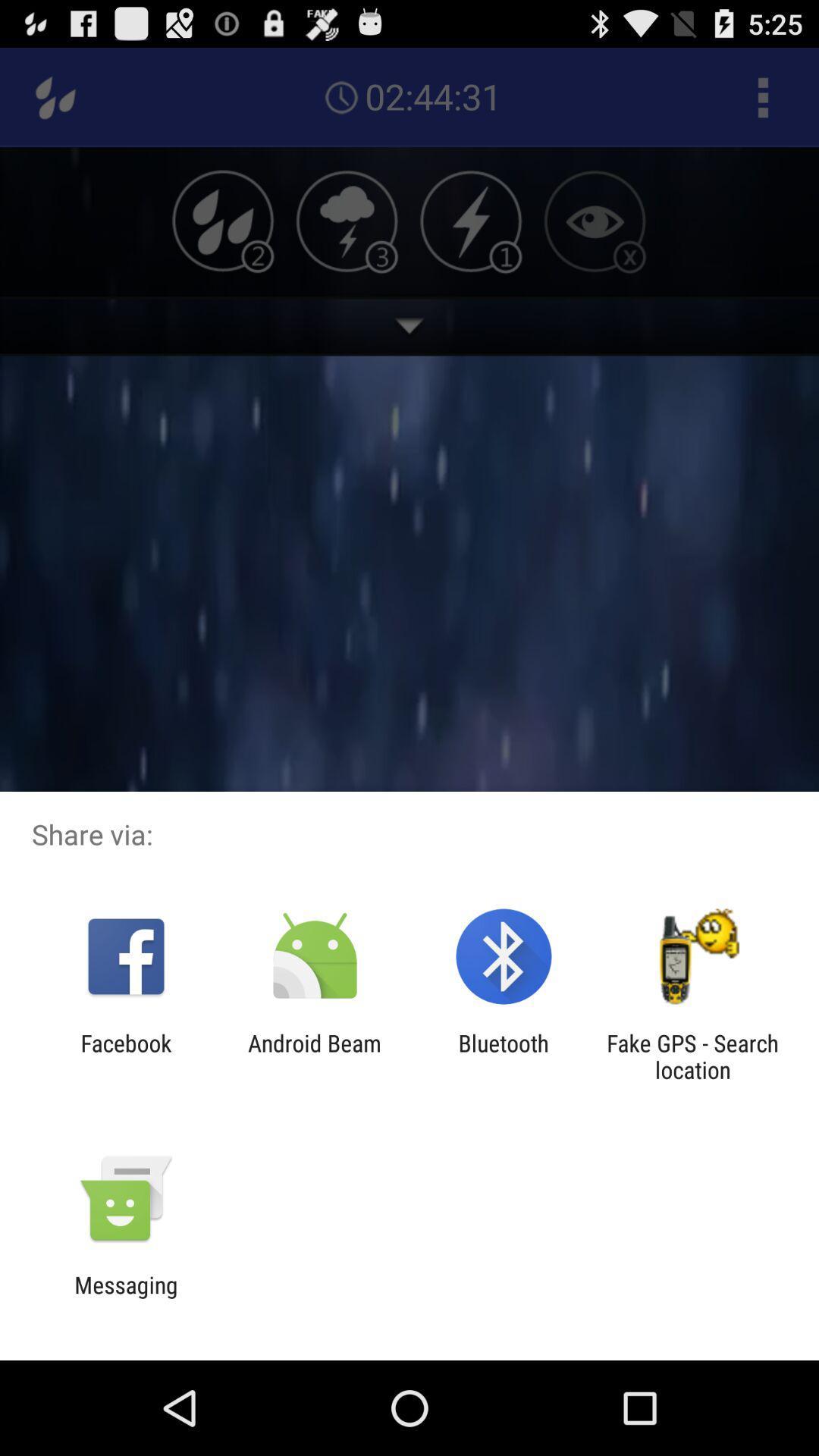 This screenshot has width=819, height=1456. I want to click on bluetooth app, so click(504, 1056).